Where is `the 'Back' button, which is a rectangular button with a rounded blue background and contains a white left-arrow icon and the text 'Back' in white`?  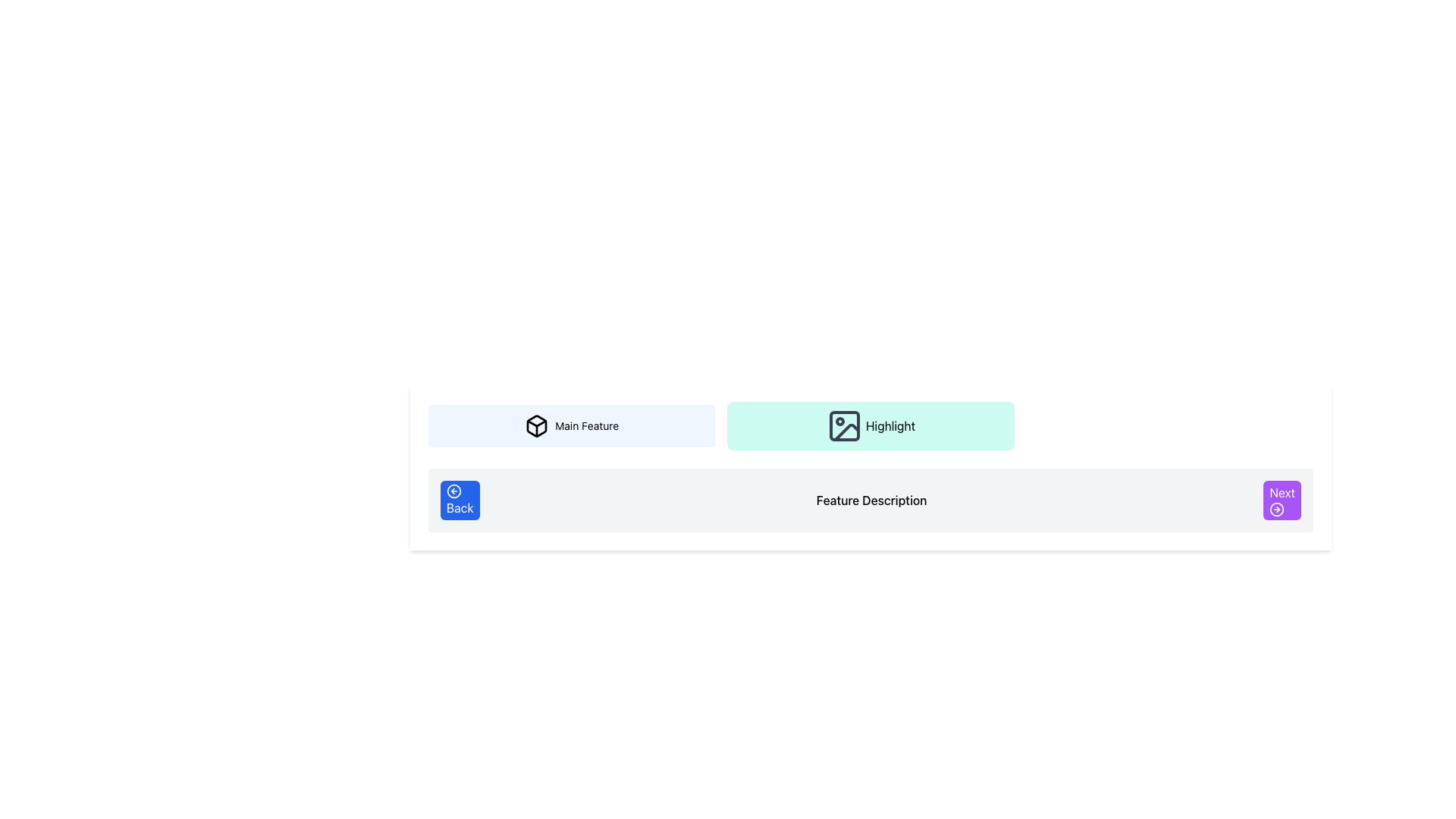
the 'Back' button, which is a rectangular button with a rounded blue background and contains a white left-arrow icon and the text 'Back' in white is located at coordinates (459, 500).